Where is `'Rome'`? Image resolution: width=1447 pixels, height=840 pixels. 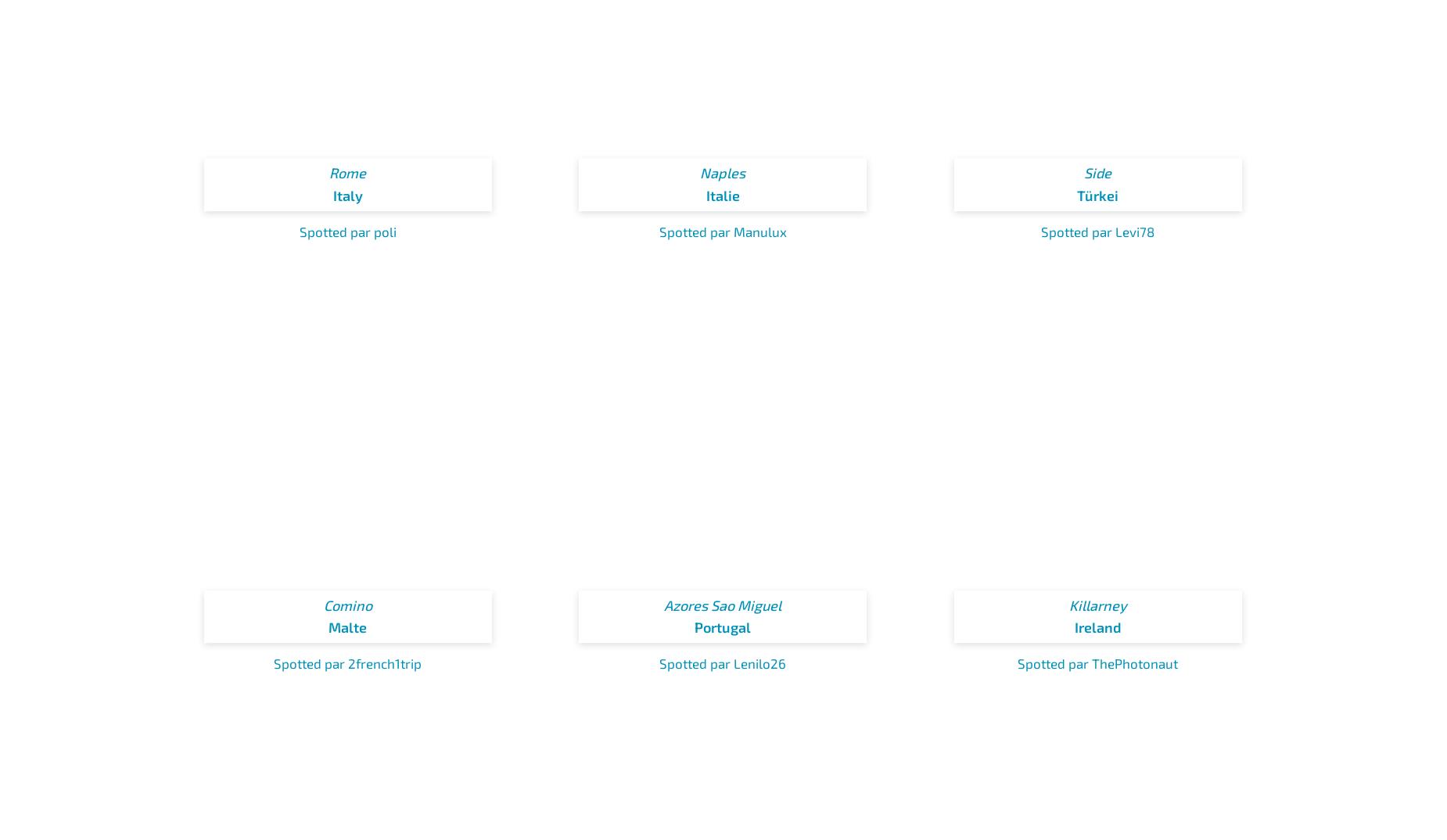 'Rome' is located at coordinates (346, 172).